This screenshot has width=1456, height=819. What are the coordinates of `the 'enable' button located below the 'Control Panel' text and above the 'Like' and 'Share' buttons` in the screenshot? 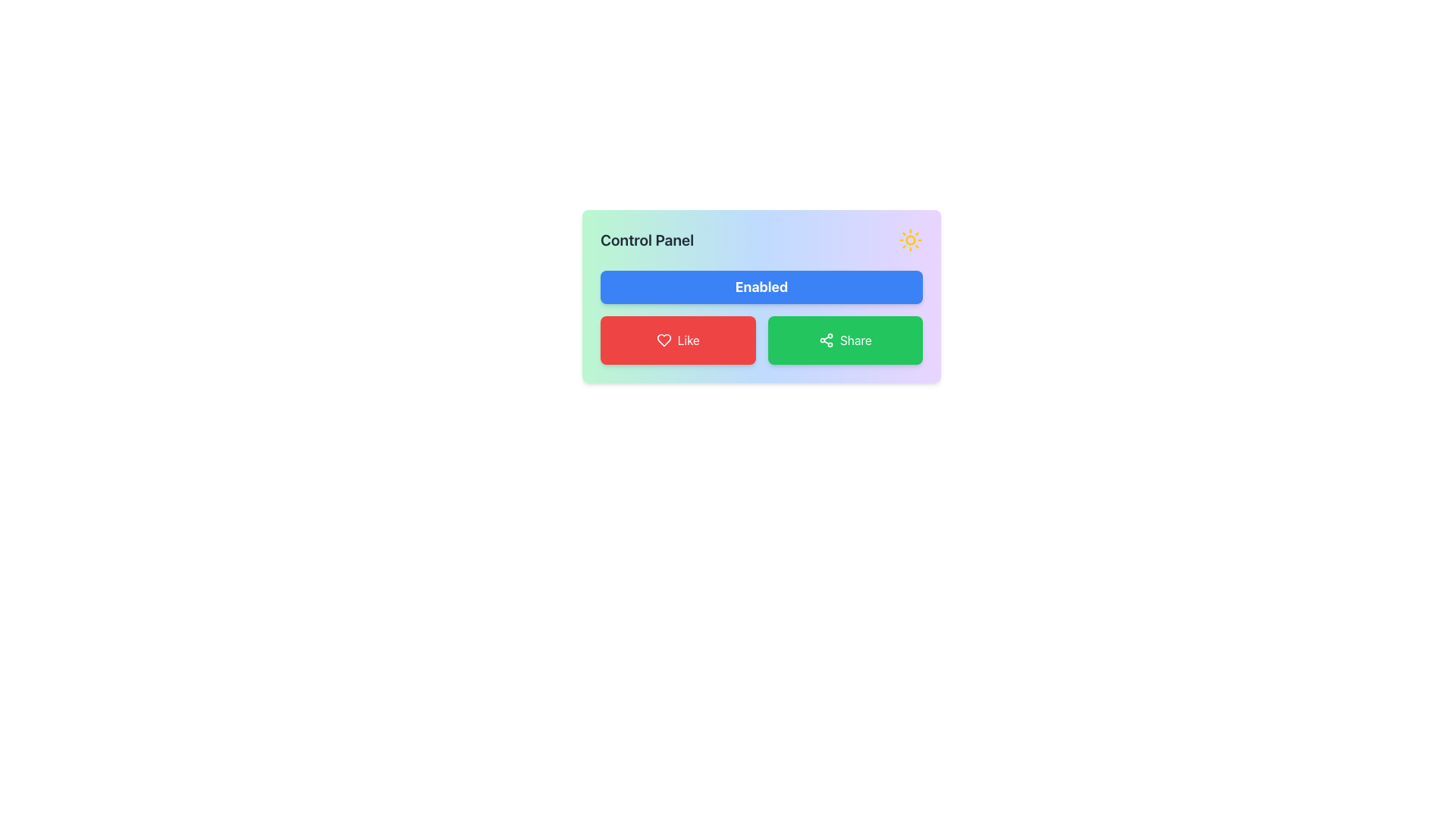 It's located at (761, 287).